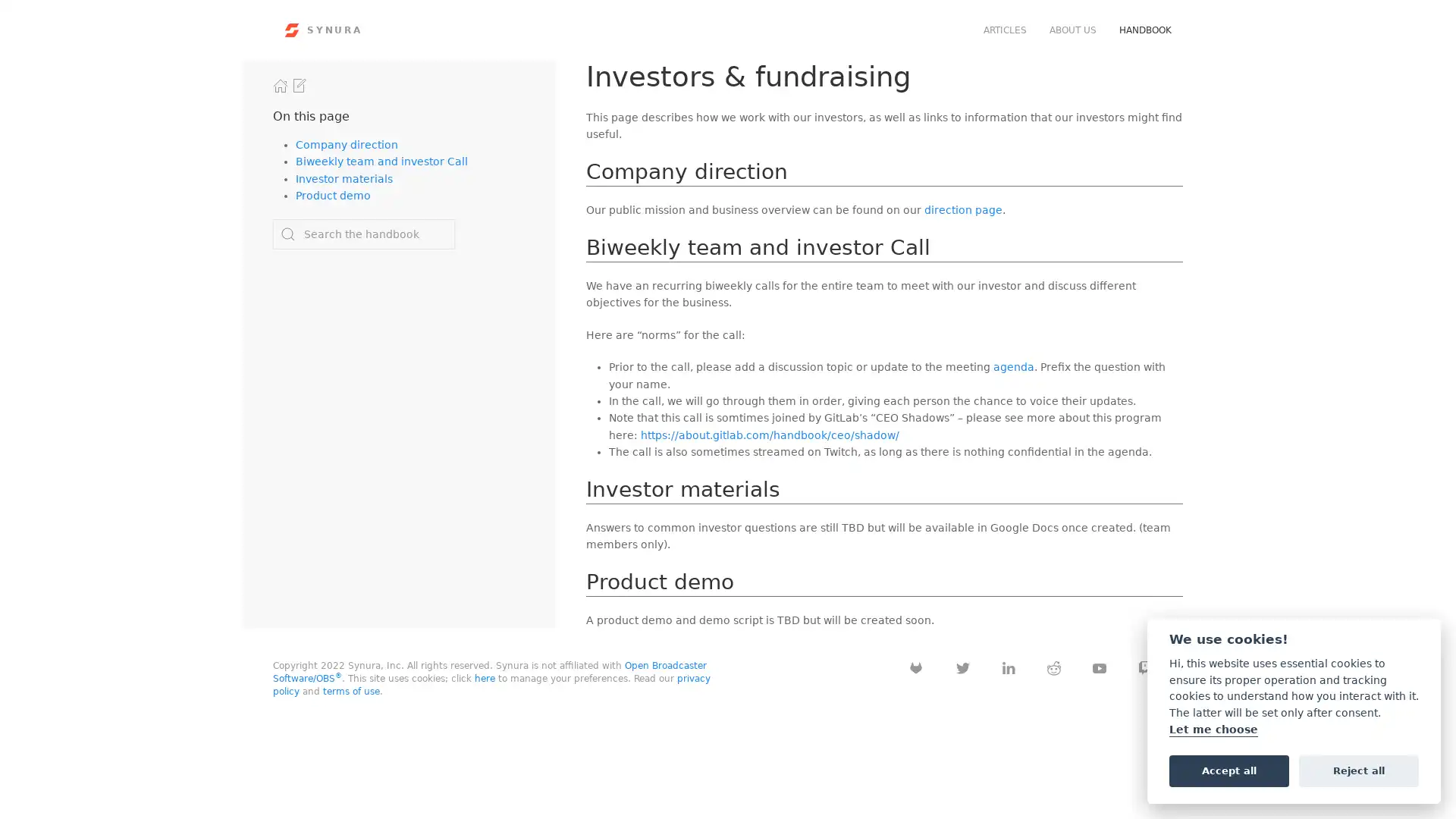 The width and height of the screenshot is (1456, 819). I want to click on Reject all, so click(1358, 770).